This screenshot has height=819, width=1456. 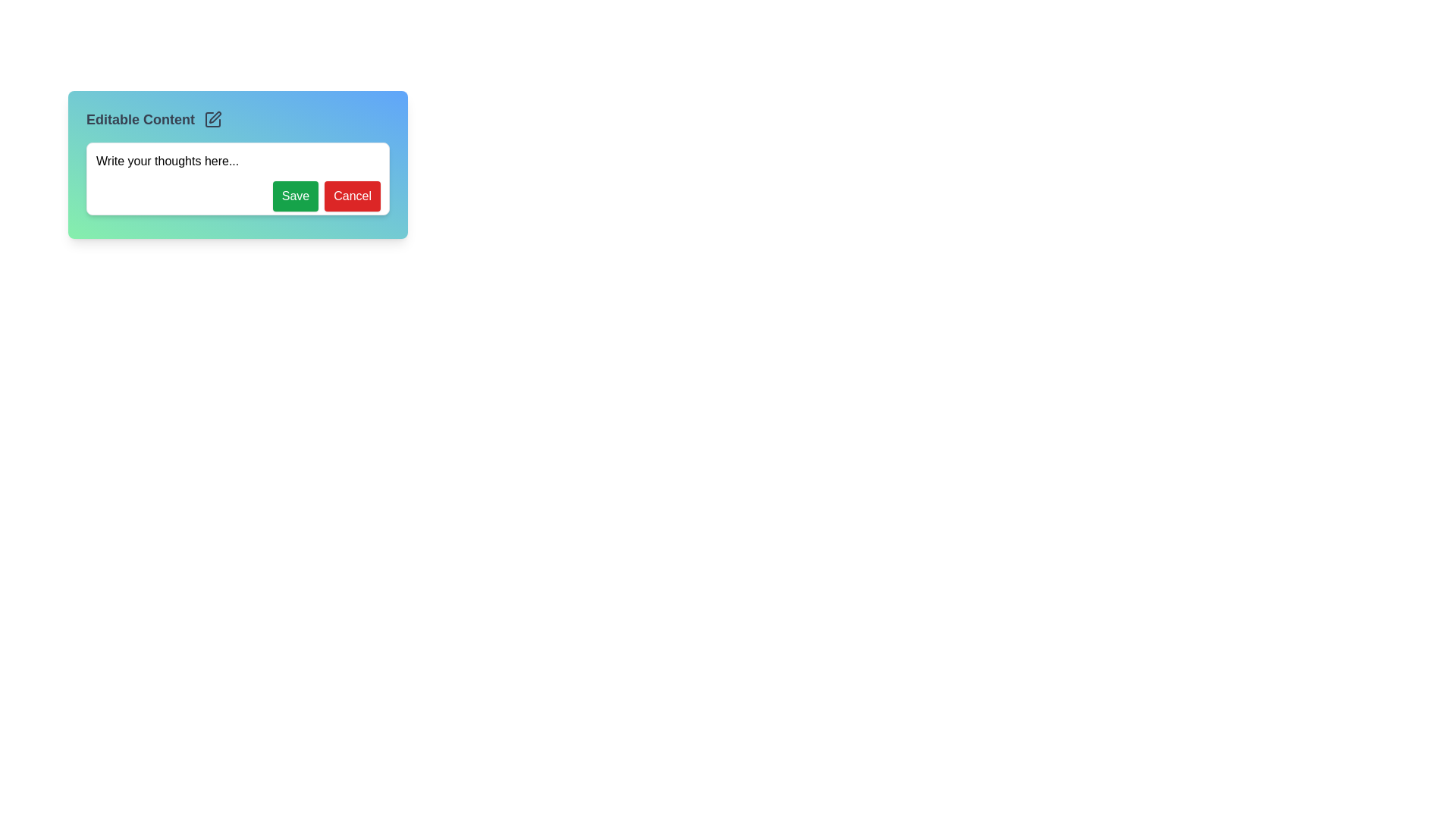 What do you see at coordinates (214, 116) in the screenshot?
I see `the edit icon located in the top-right corner of the card labeled 'Editable Content' to initiate editing` at bounding box center [214, 116].